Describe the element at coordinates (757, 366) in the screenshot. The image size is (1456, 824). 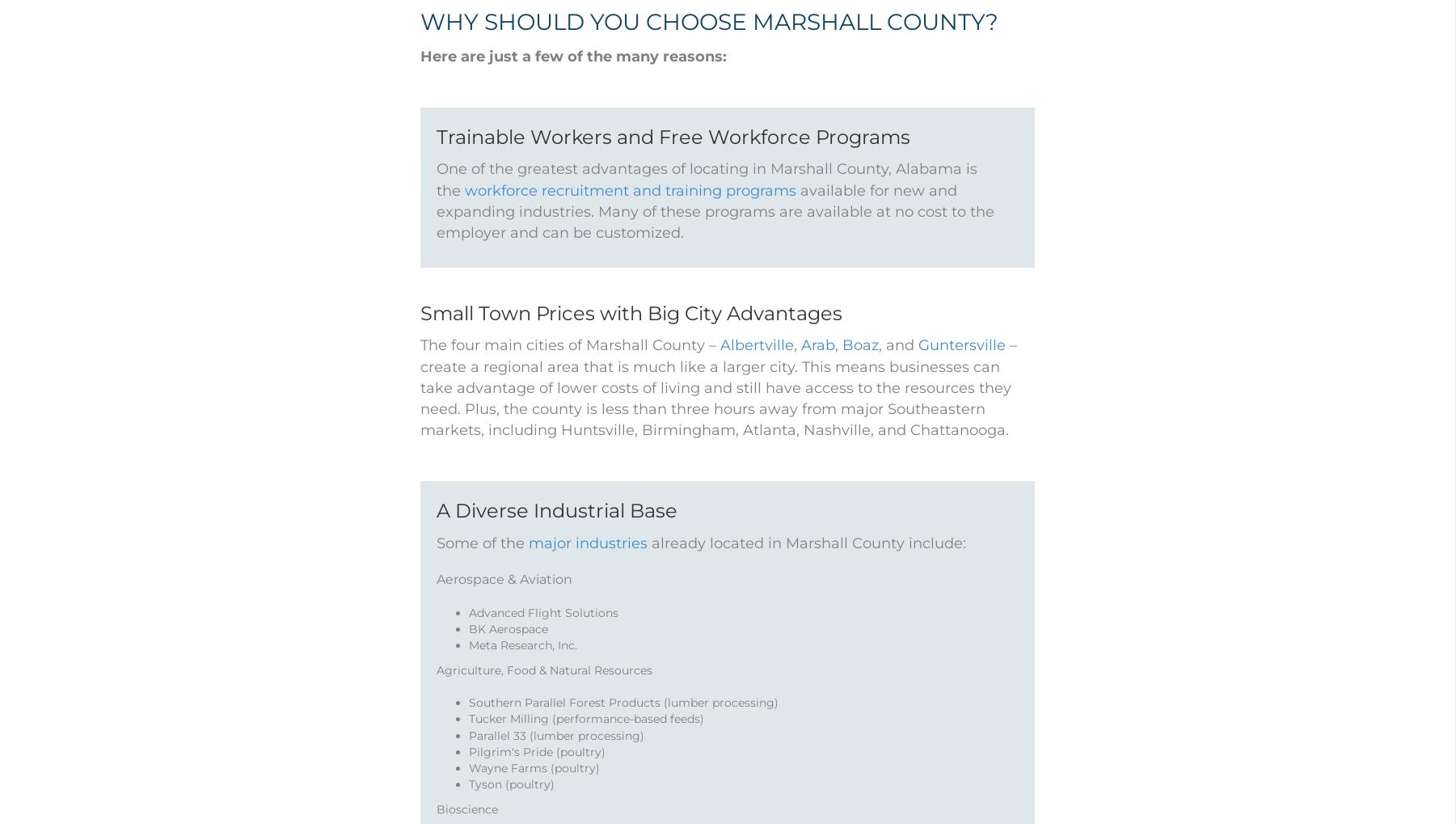
I see `'Albertville'` at that location.